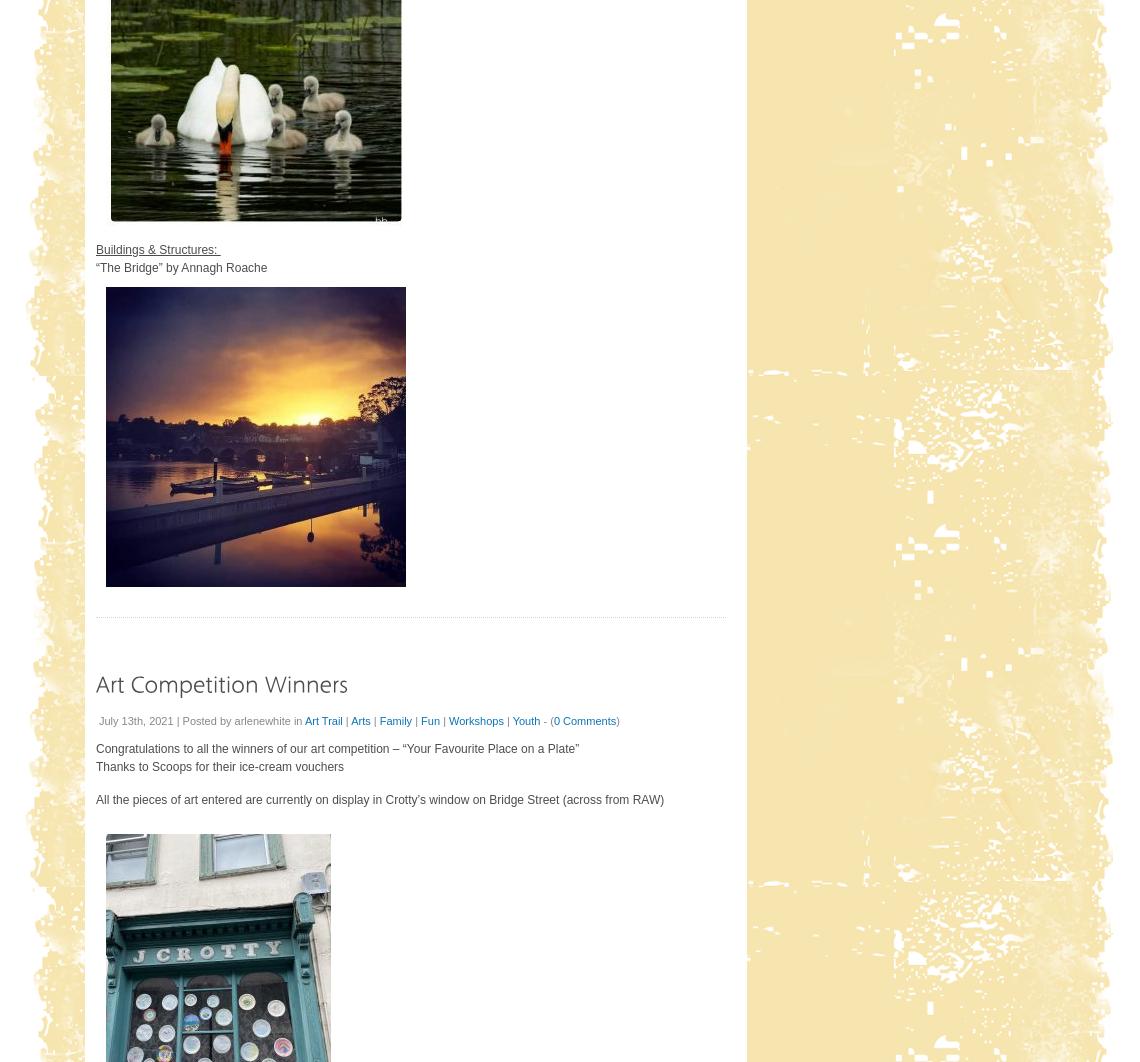 Image resolution: width=1140 pixels, height=1062 pixels. What do you see at coordinates (539, 720) in the screenshot?
I see `'- ('` at bounding box center [539, 720].